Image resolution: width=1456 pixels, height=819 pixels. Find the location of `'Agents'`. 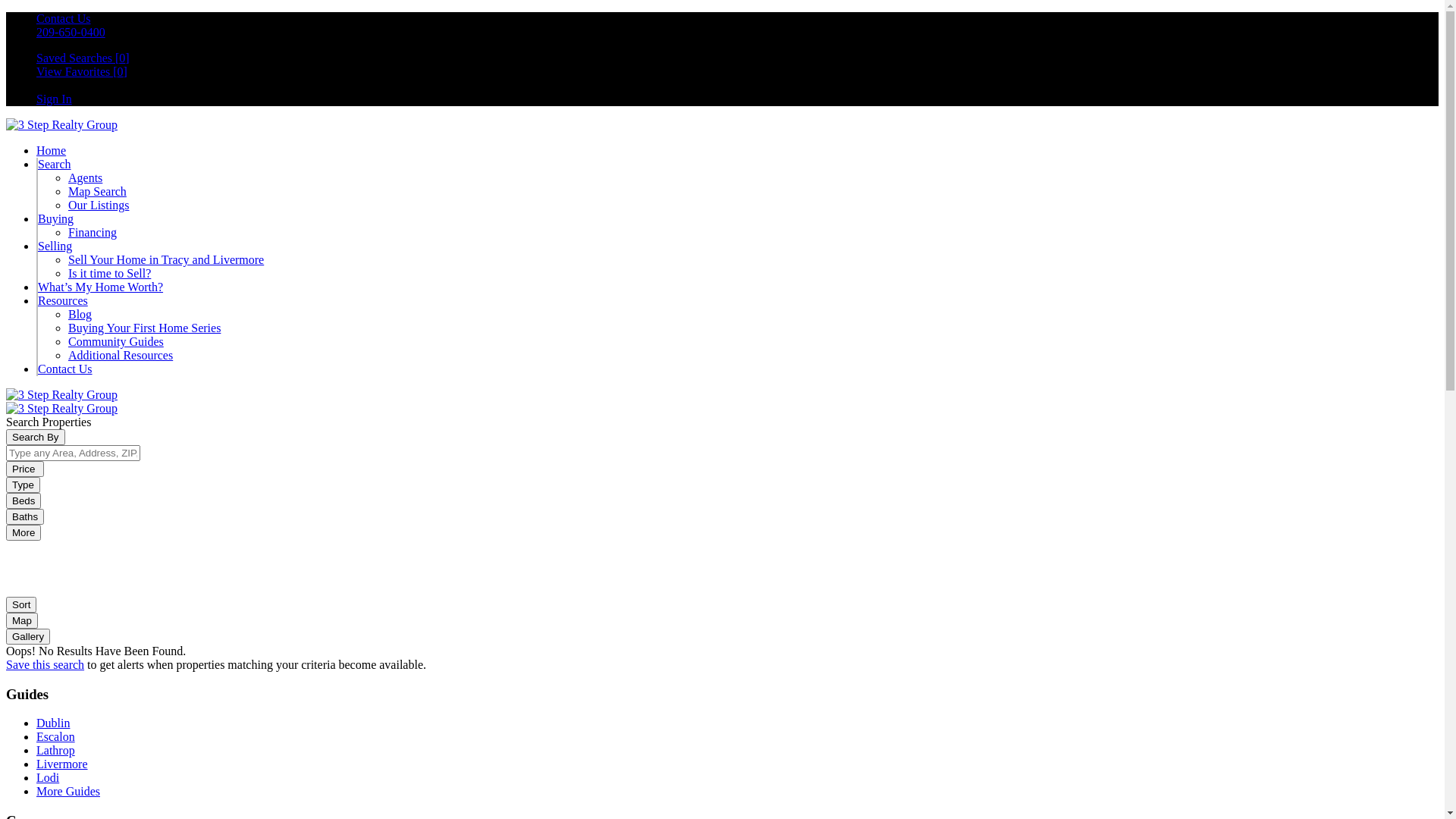

'Agents' is located at coordinates (84, 177).